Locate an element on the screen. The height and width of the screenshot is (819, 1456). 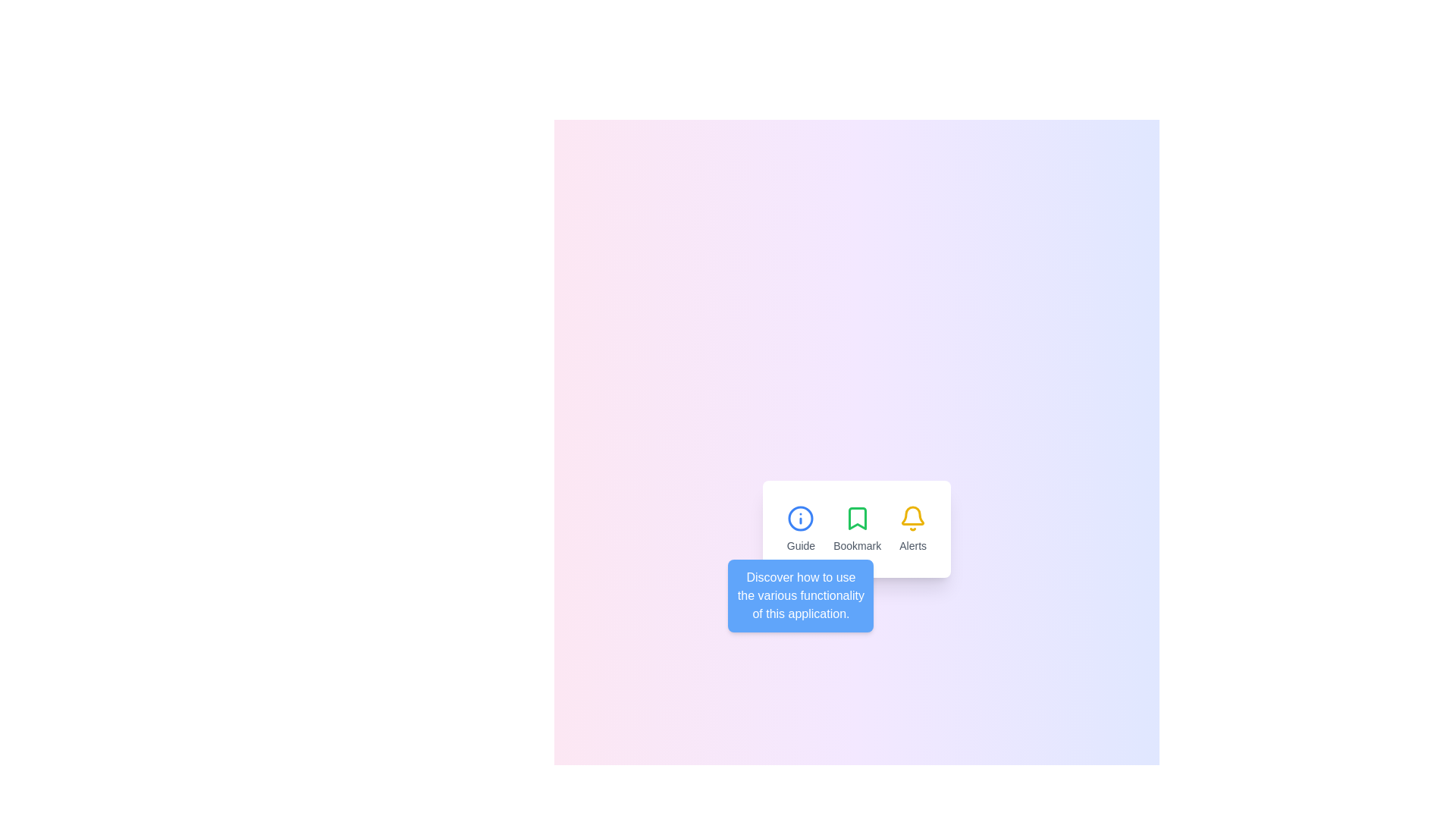
the bookmark icon, which is the second icon in a horizontal grouping of three elements, located at the center of its bounding box is located at coordinates (857, 517).